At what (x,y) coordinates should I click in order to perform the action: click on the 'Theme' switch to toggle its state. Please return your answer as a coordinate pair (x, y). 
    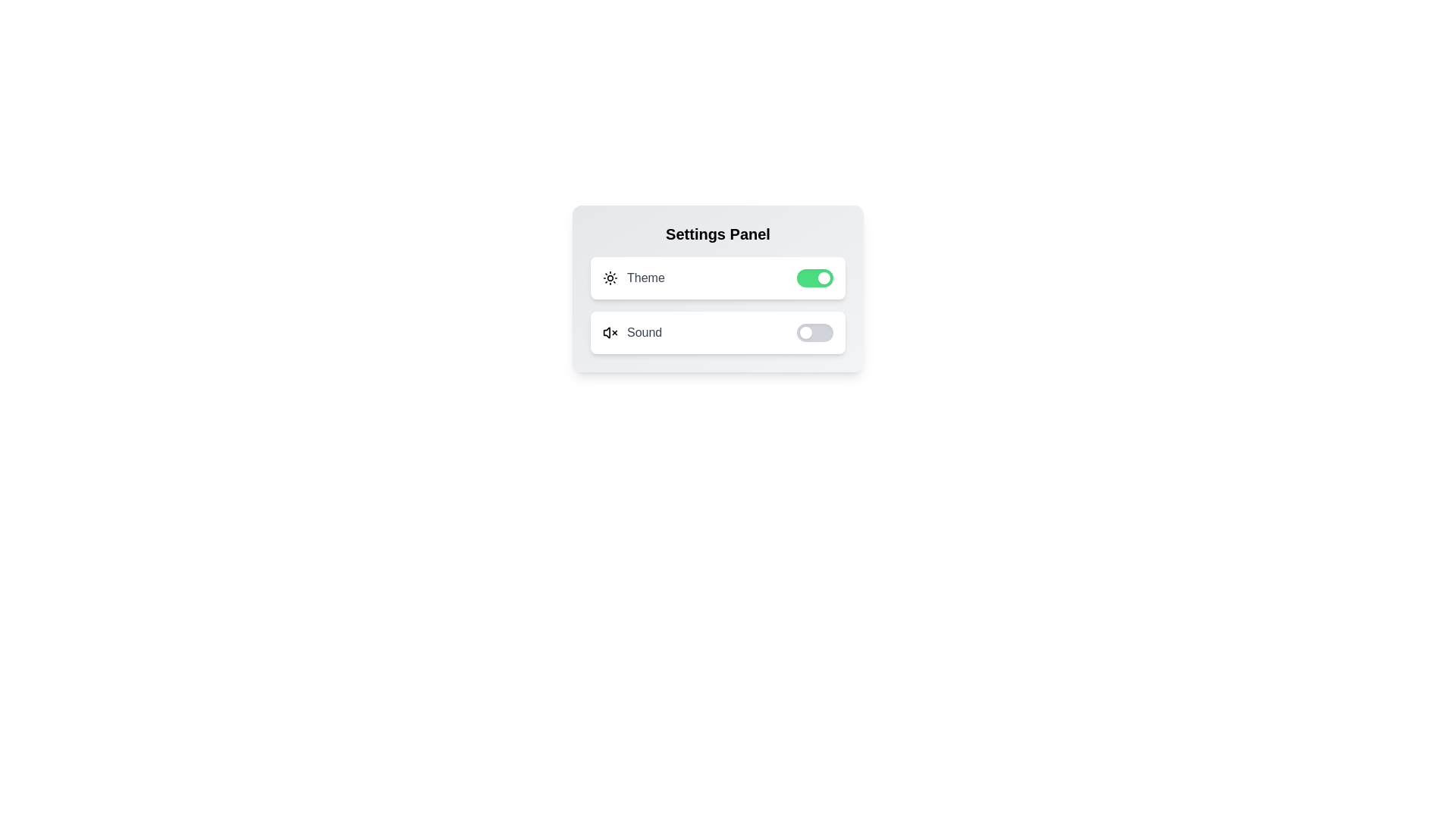
    Looking at the image, I should click on (814, 278).